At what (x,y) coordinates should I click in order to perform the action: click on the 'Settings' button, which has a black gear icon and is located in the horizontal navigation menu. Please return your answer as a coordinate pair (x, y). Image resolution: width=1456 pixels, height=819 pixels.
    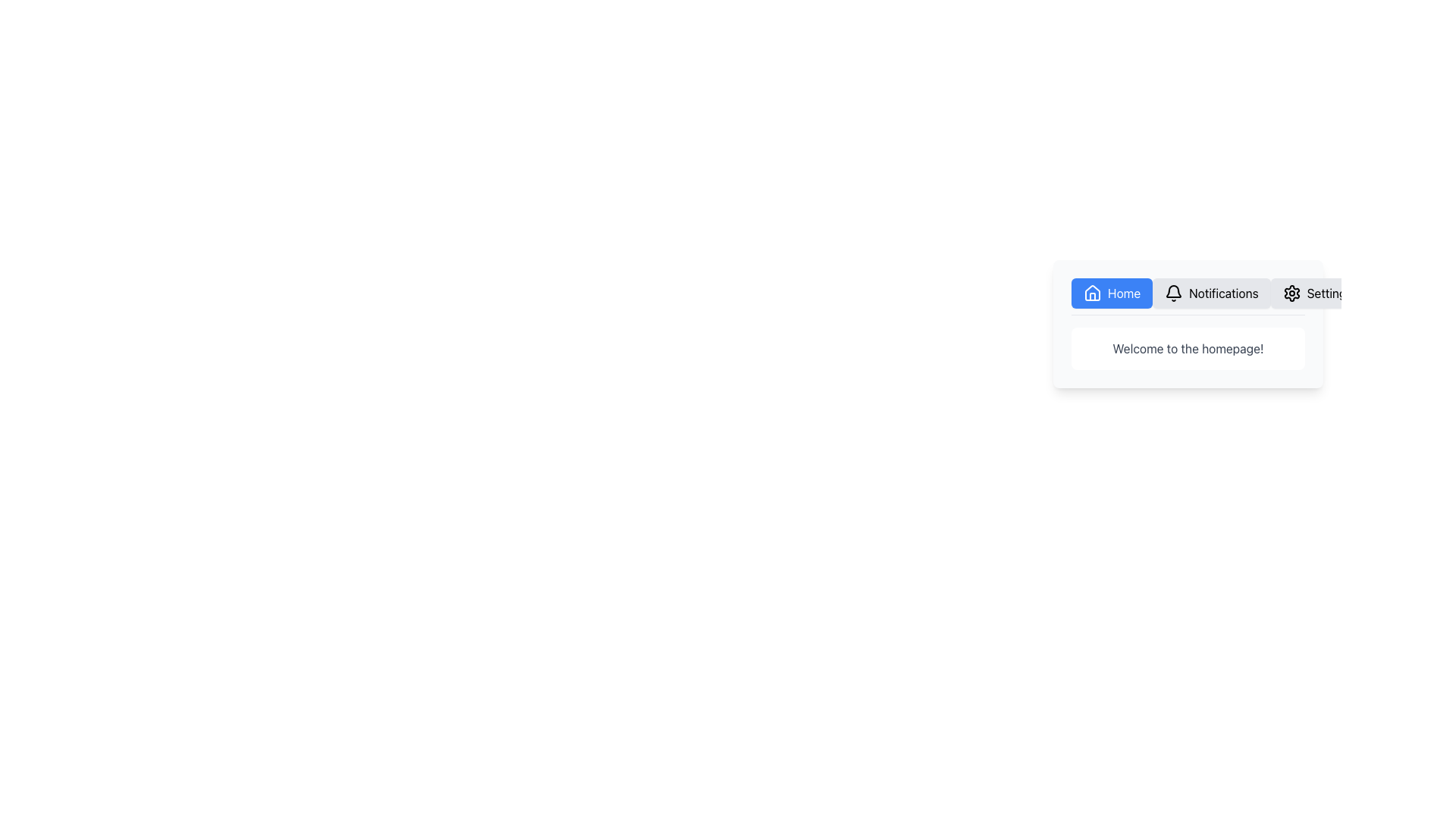
    Looking at the image, I should click on (1316, 293).